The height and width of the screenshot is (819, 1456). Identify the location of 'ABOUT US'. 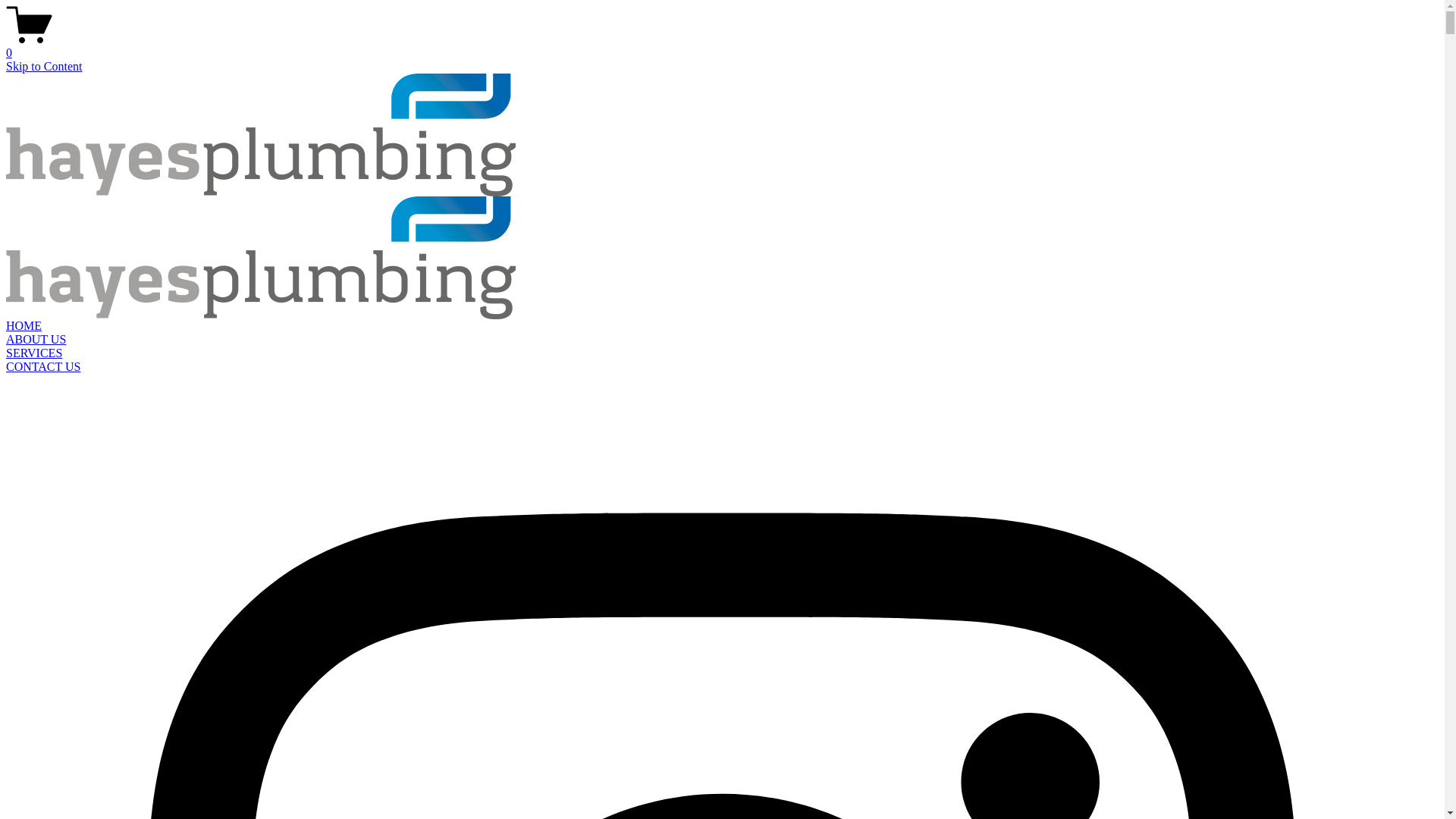
(36, 338).